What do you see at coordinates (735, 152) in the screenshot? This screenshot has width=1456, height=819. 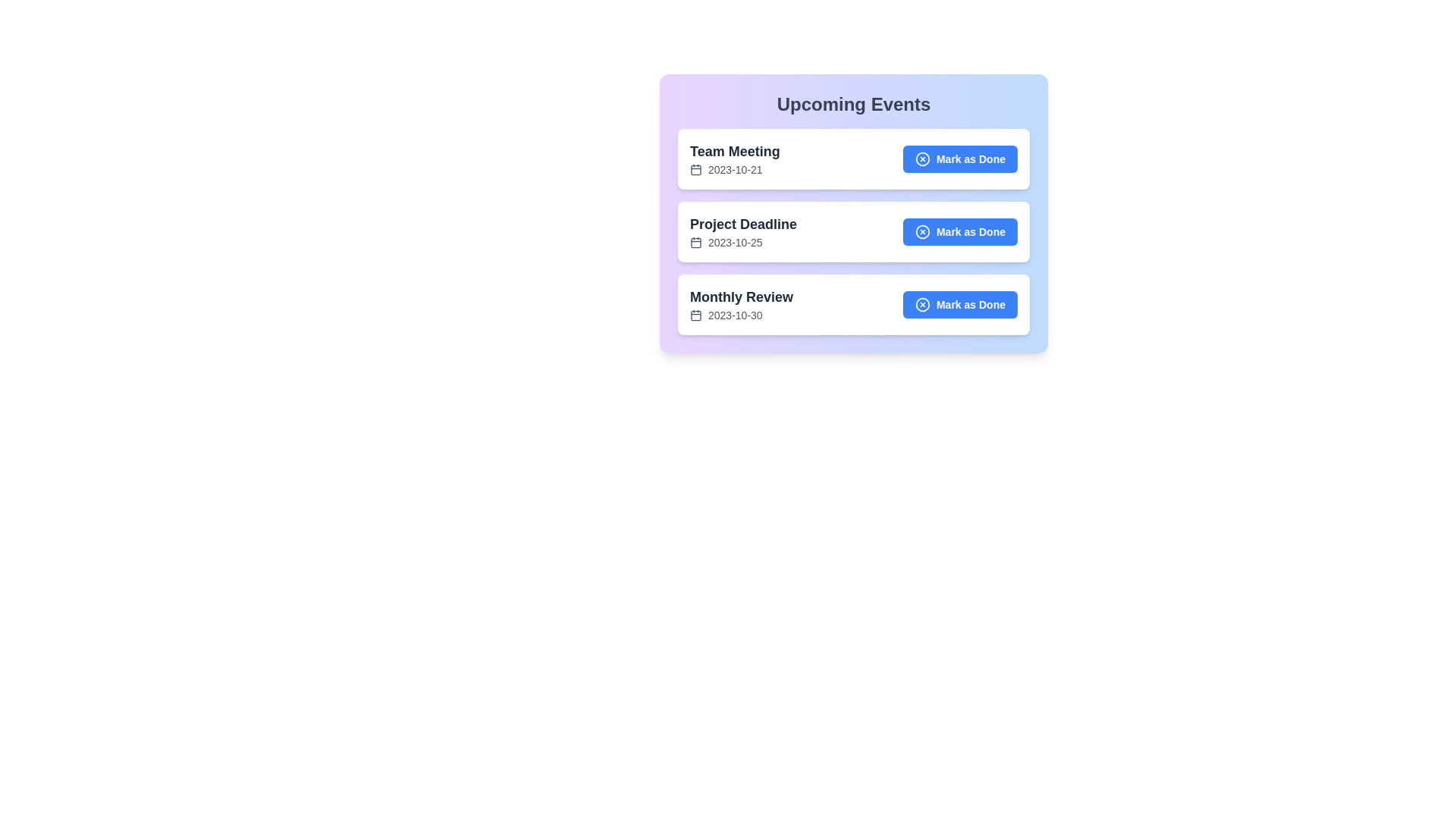 I see `the text of the event title Team Meeting` at bounding box center [735, 152].